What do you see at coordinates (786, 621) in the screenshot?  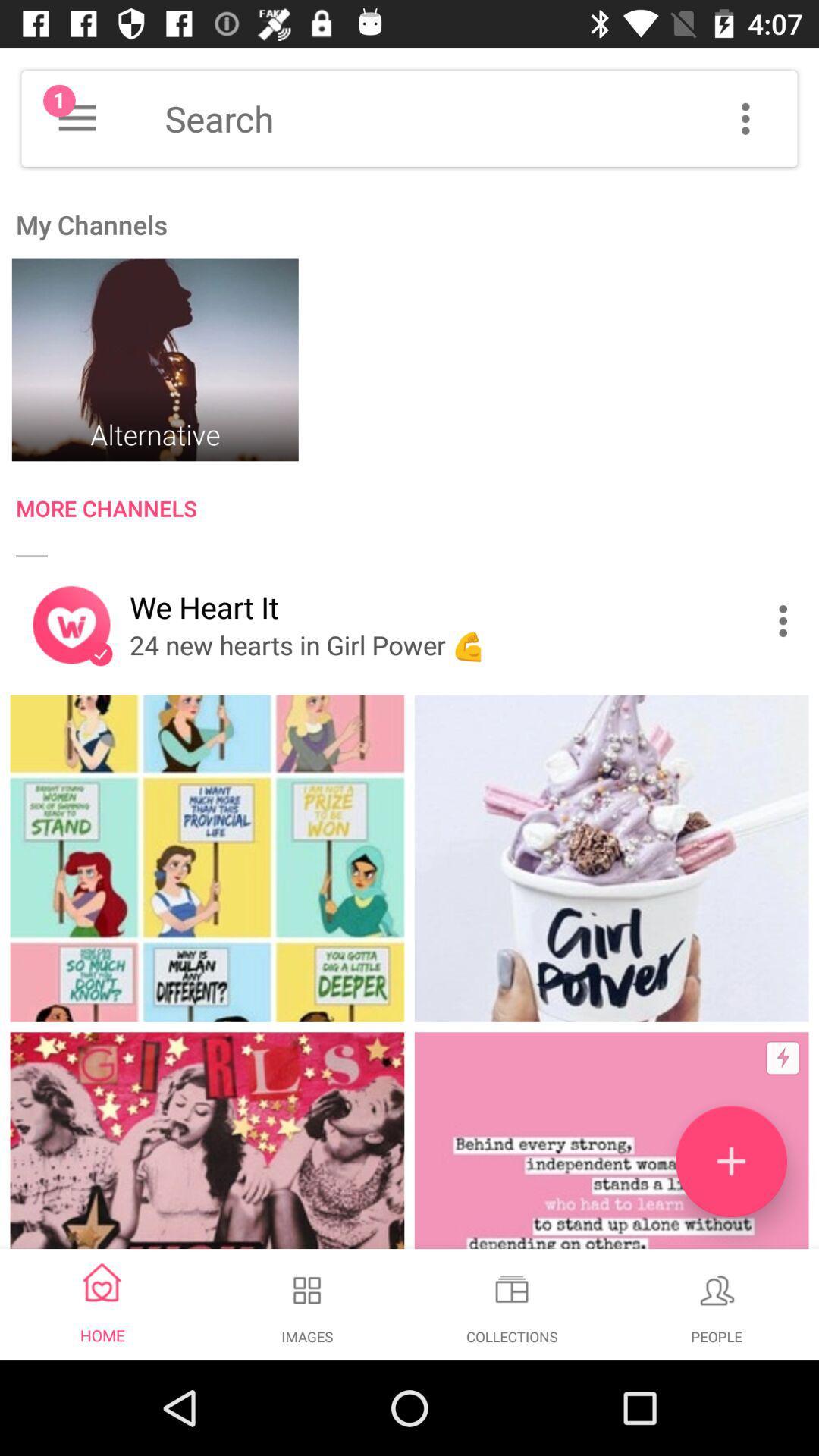 I see `the item next to we heart it icon` at bounding box center [786, 621].